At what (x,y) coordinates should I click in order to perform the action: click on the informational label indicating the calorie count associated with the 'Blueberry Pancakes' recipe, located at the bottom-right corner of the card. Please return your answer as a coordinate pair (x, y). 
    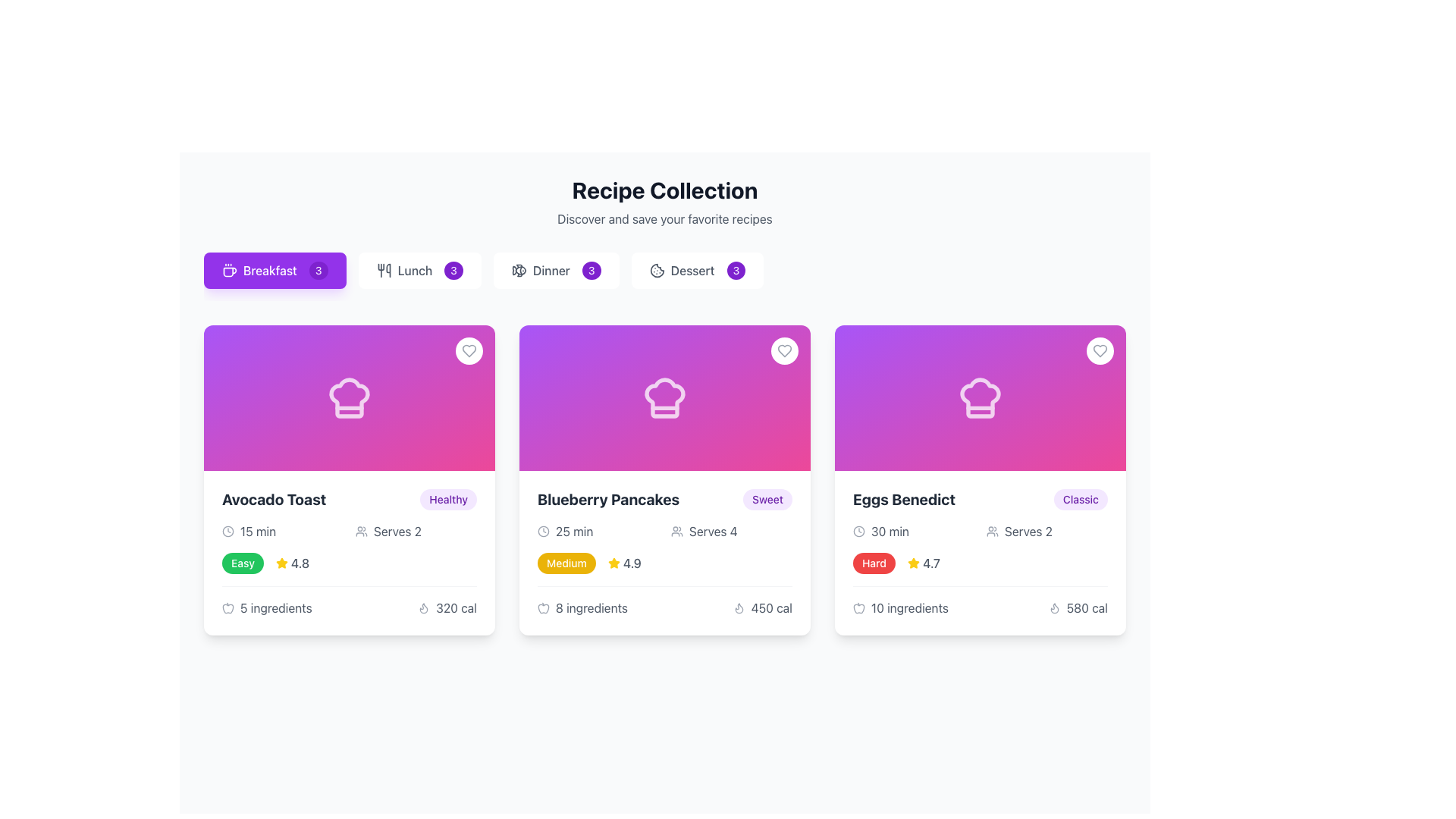
    Looking at the image, I should click on (762, 607).